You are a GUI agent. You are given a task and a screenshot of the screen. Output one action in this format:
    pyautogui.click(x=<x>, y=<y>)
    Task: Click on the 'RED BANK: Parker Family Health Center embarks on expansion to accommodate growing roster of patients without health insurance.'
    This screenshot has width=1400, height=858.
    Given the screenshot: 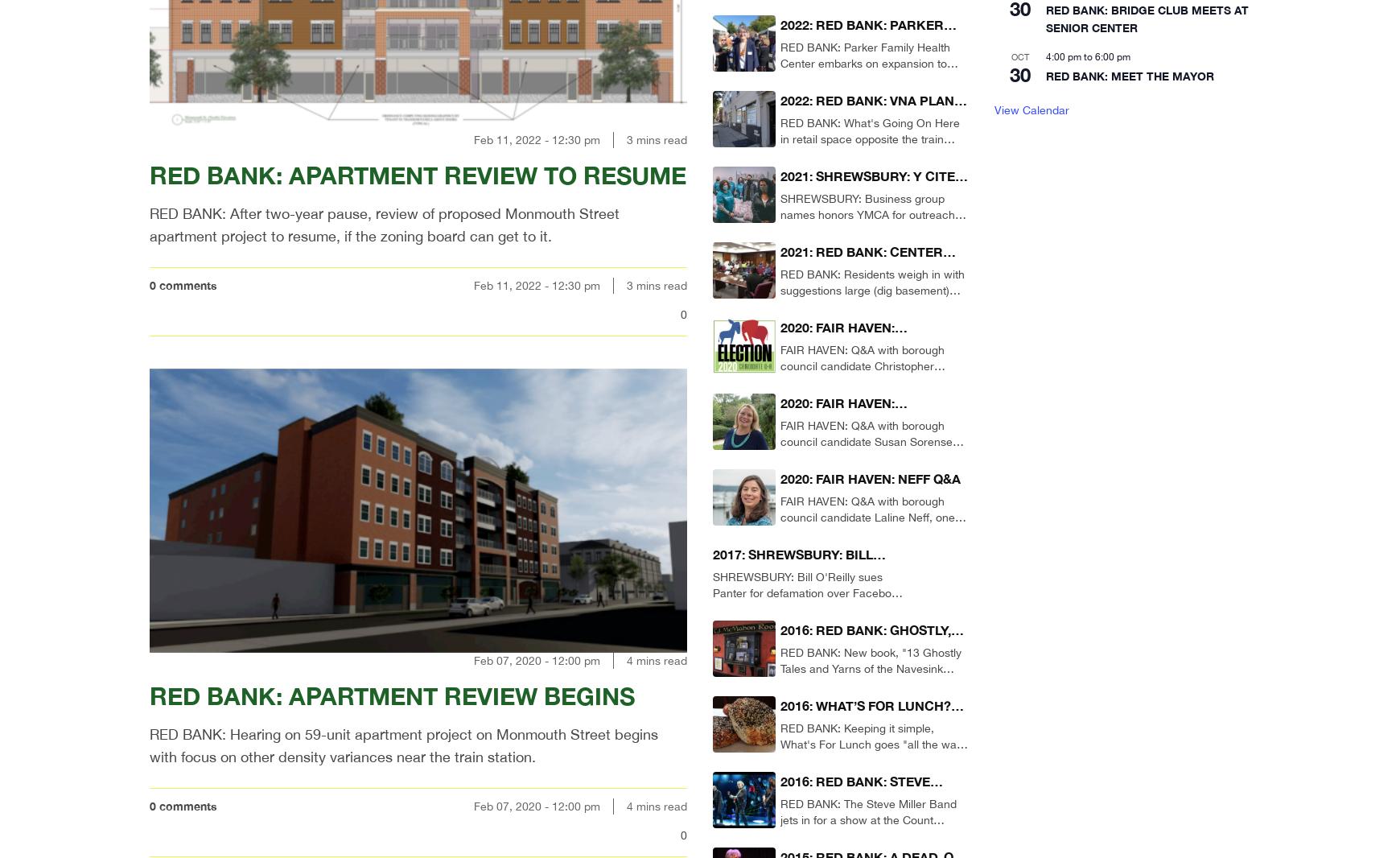 What is the action you would take?
    pyautogui.click(x=780, y=71)
    